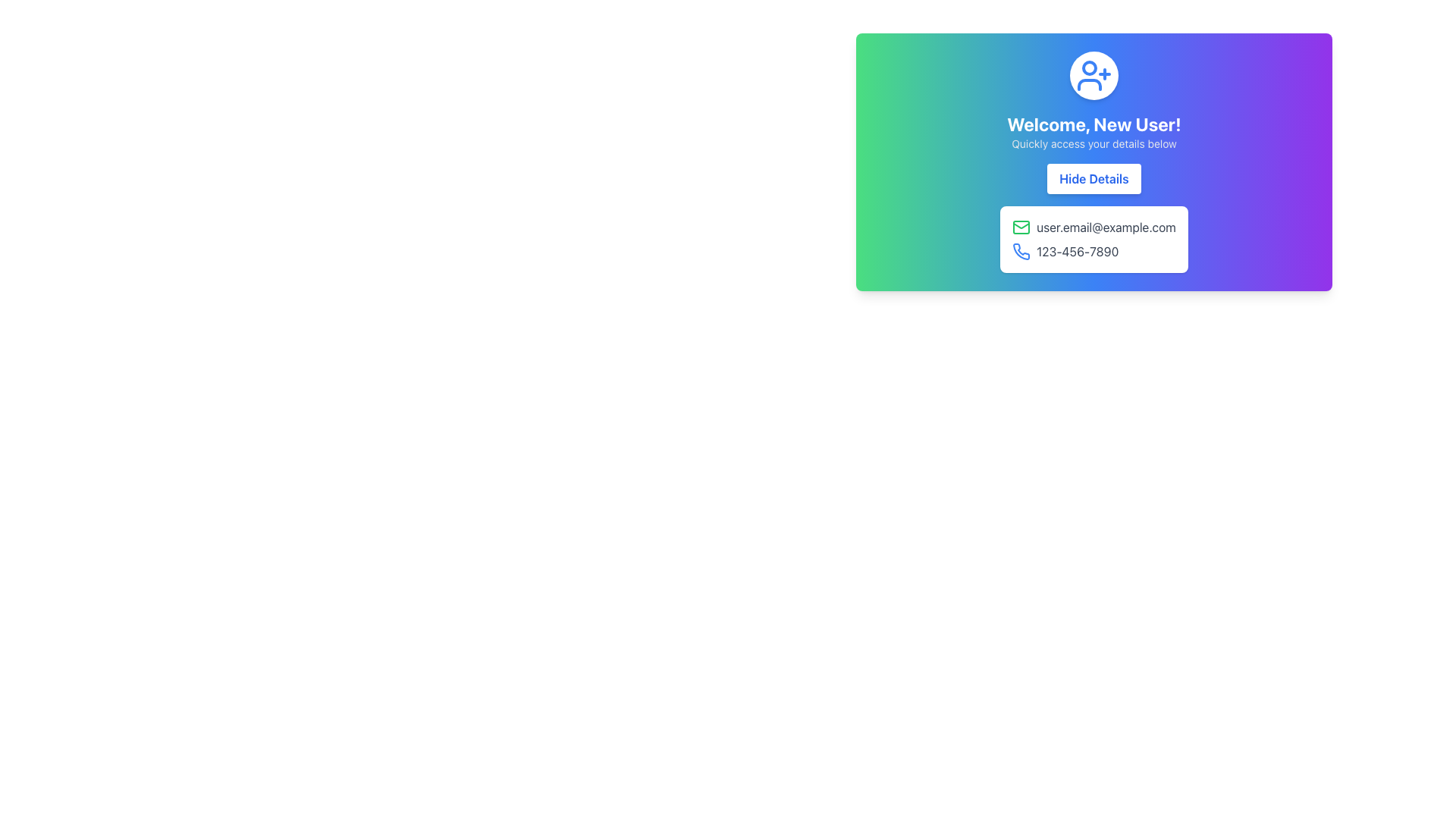 Image resolution: width=1456 pixels, height=819 pixels. What do you see at coordinates (1021, 250) in the screenshot?
I see `the phone number SVG icon located to the left of the text '123-456-7890', which visually represents contact information` at bounding box center [1021, 250].